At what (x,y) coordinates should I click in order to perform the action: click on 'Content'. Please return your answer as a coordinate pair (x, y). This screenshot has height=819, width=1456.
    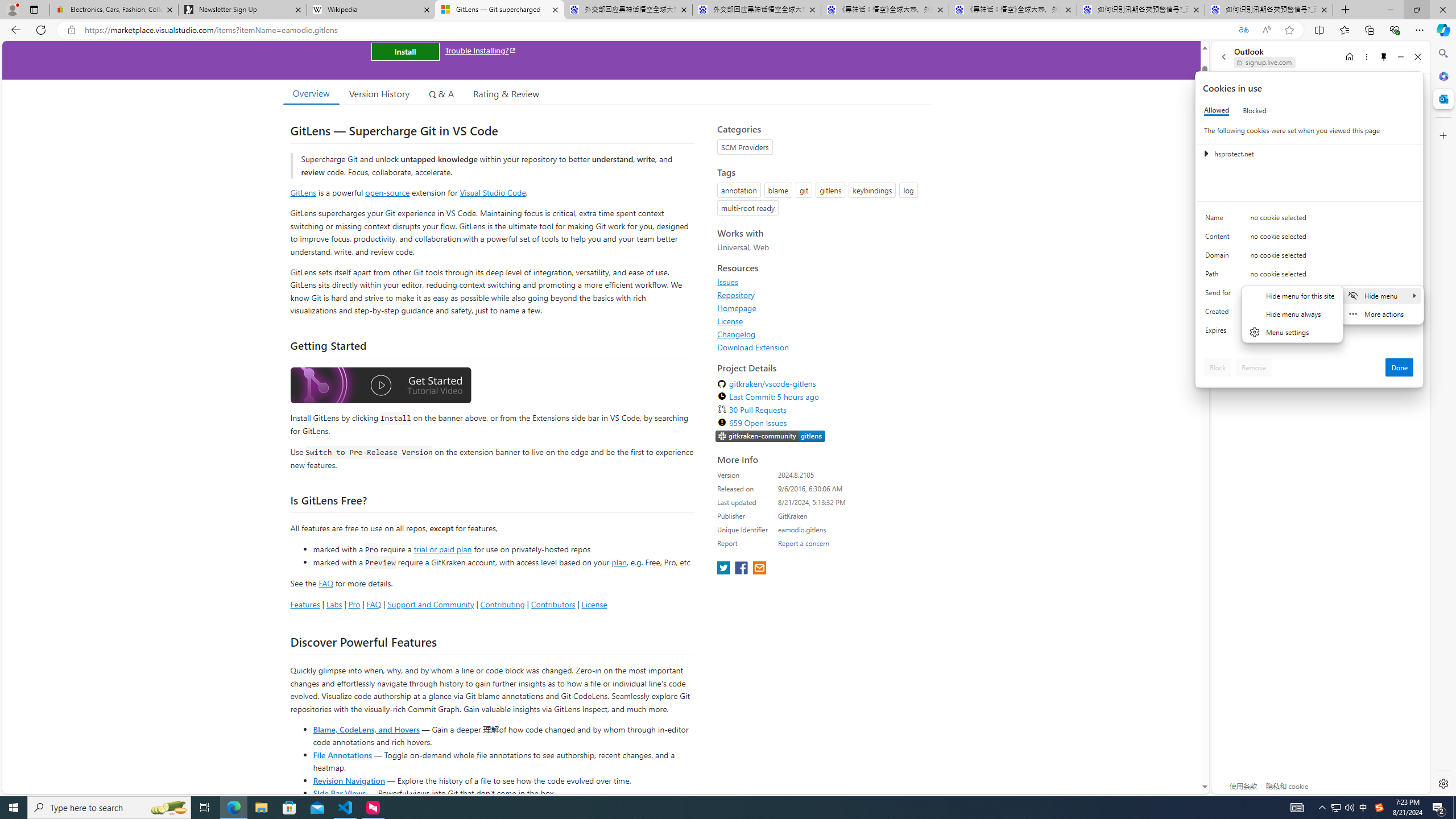
    Looking at the image, I should click on (1219, 239).